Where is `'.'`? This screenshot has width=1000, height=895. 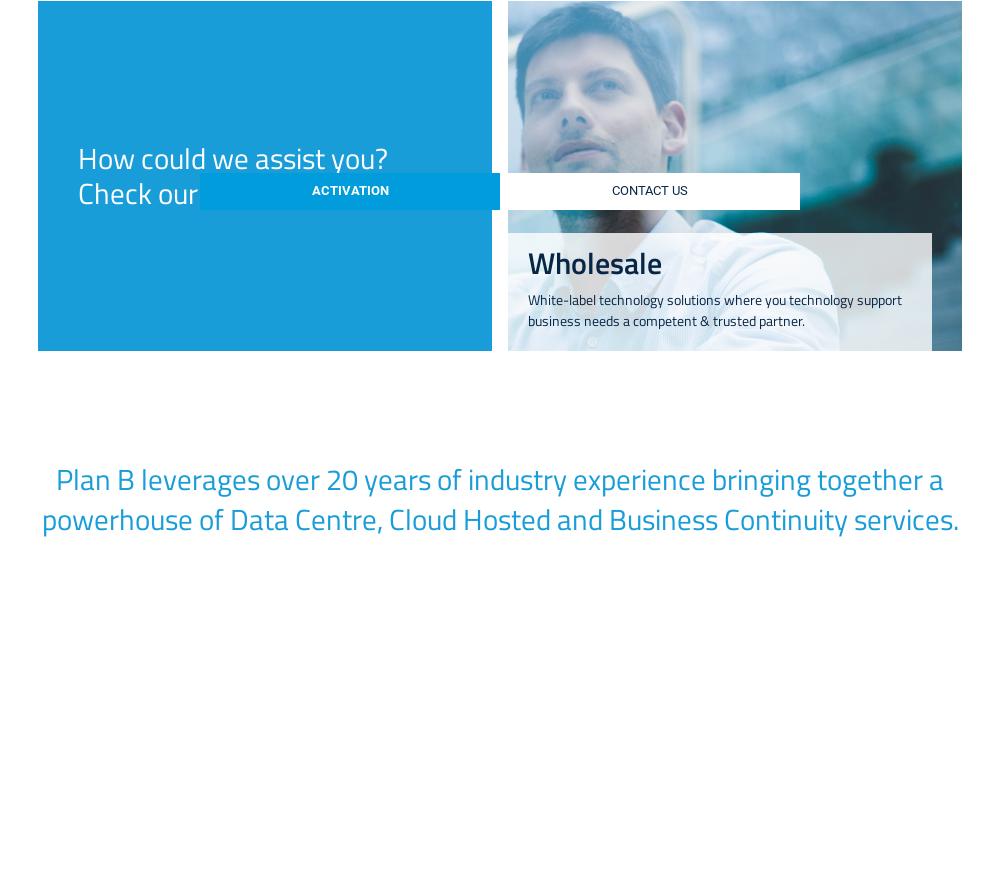
'.' is located at coordinates (688, 474).